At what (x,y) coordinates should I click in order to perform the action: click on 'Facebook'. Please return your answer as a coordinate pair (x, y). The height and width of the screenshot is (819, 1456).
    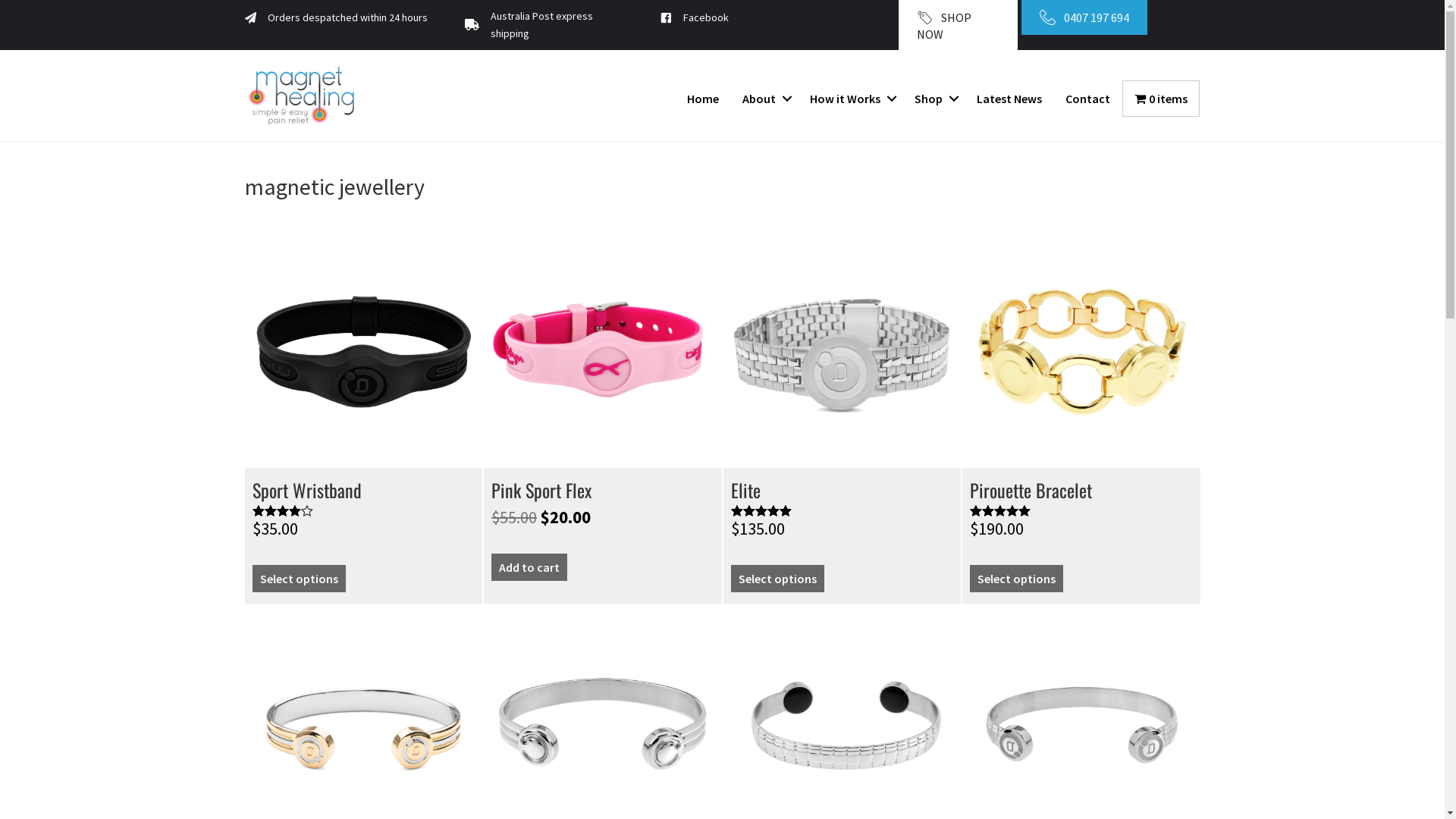
    Looking at the image, I should click on (705, 17).